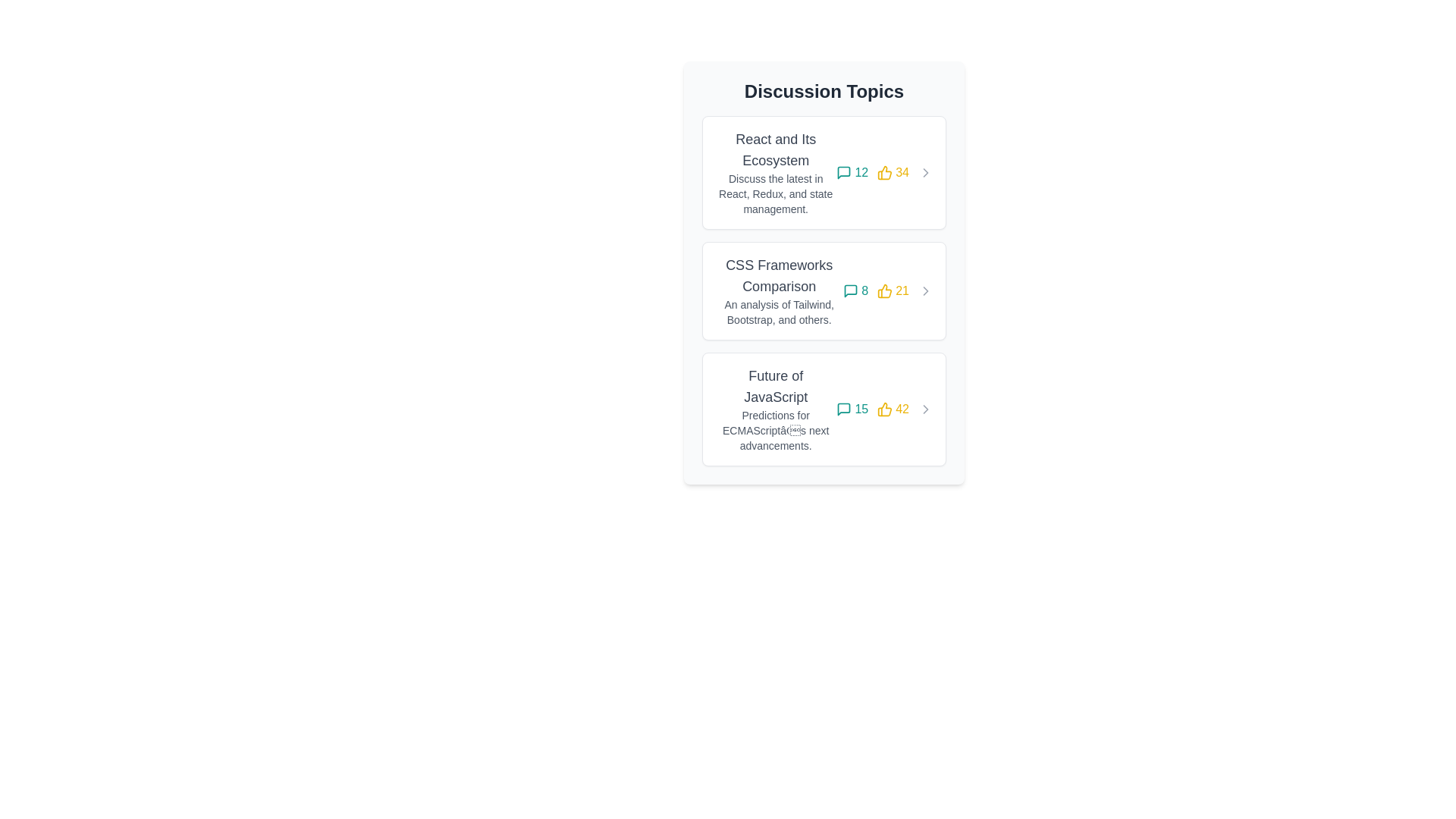  Describe the element at coordinates (893, 291) in the screenshot. I see `the yellow thumbs-up icon and number '21' in the second box of the 'Discussion Topics' list to associate the thumbs-up icon with the count` at that location.